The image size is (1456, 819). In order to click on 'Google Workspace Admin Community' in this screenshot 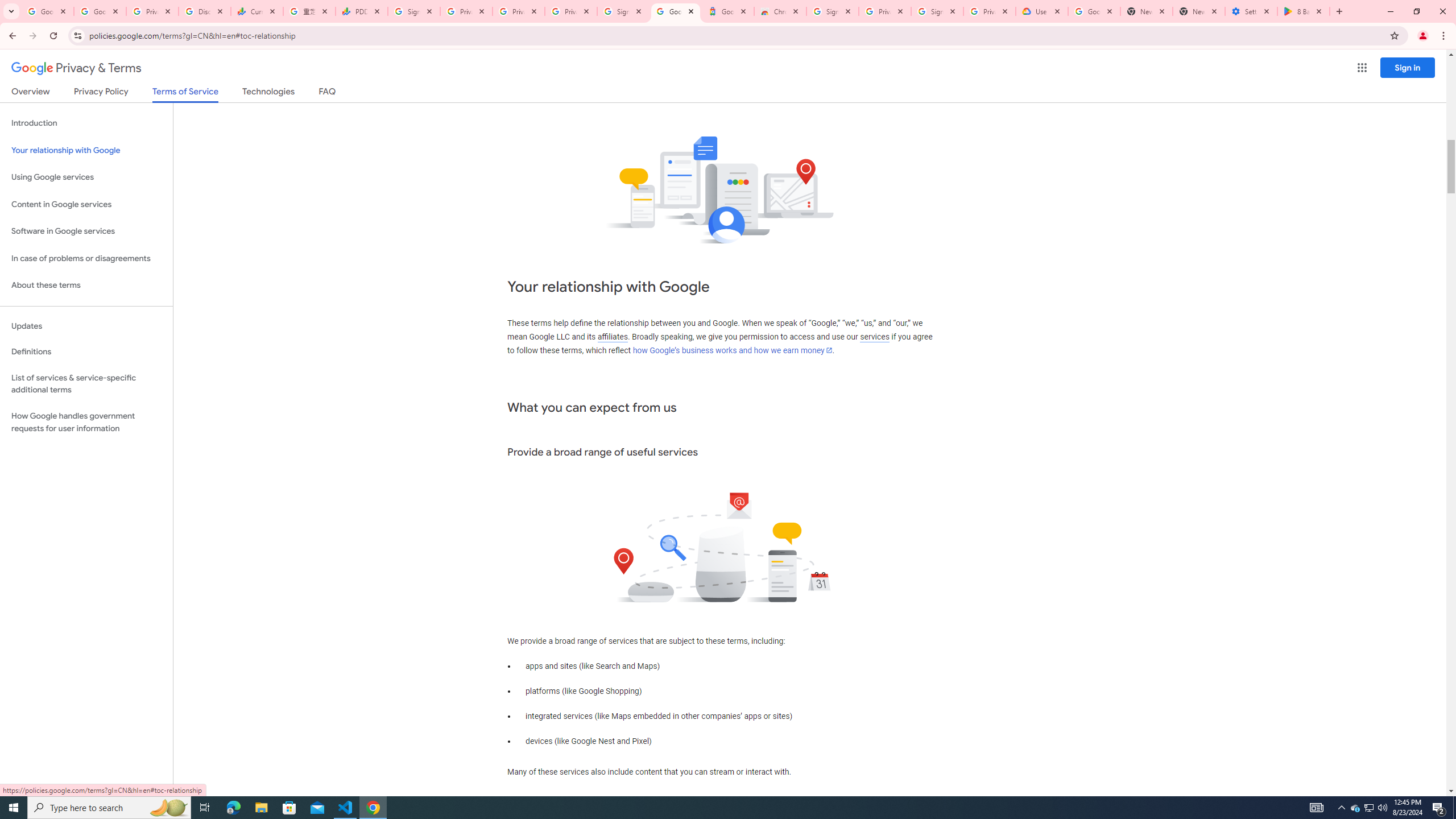, I will do `click(47, 11)`.